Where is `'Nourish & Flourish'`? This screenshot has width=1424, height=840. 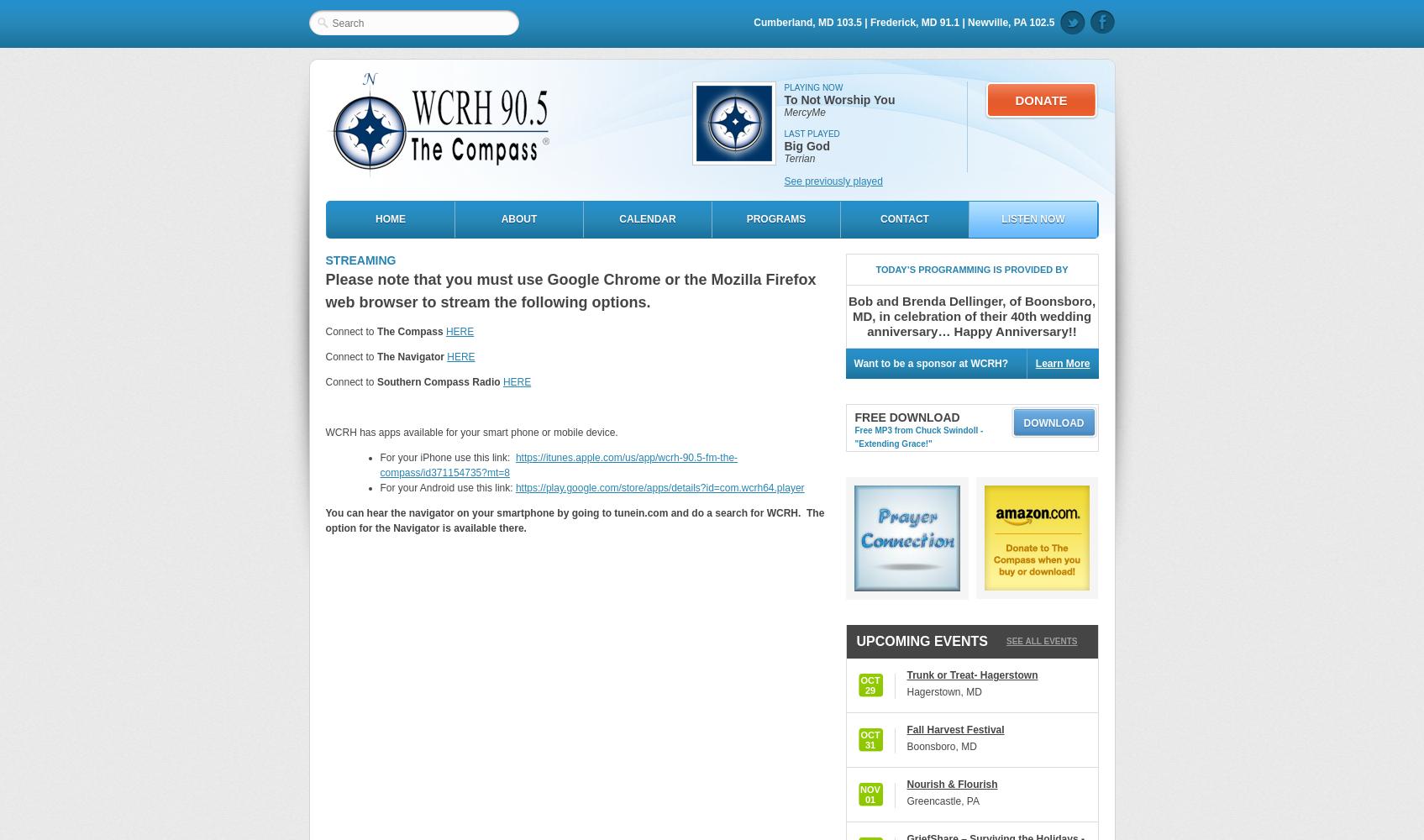 'Nourish & Flourish' is located at coordinates (950, 785).